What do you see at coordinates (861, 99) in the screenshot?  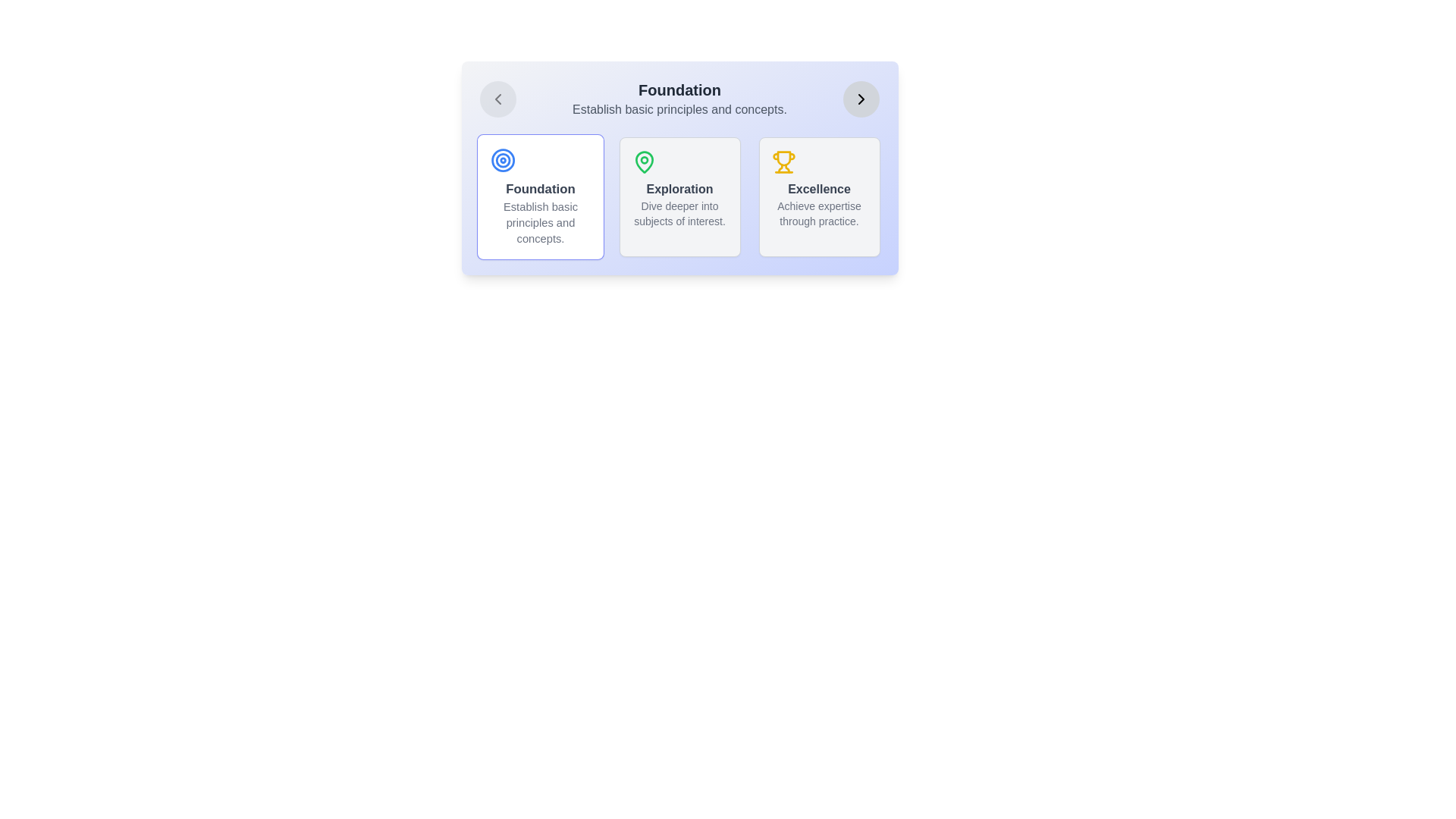 I see `the right-facing arrow icon located within the circular button at the top-right corner of the 'Foundation' card` at bounding box center [861, 99].